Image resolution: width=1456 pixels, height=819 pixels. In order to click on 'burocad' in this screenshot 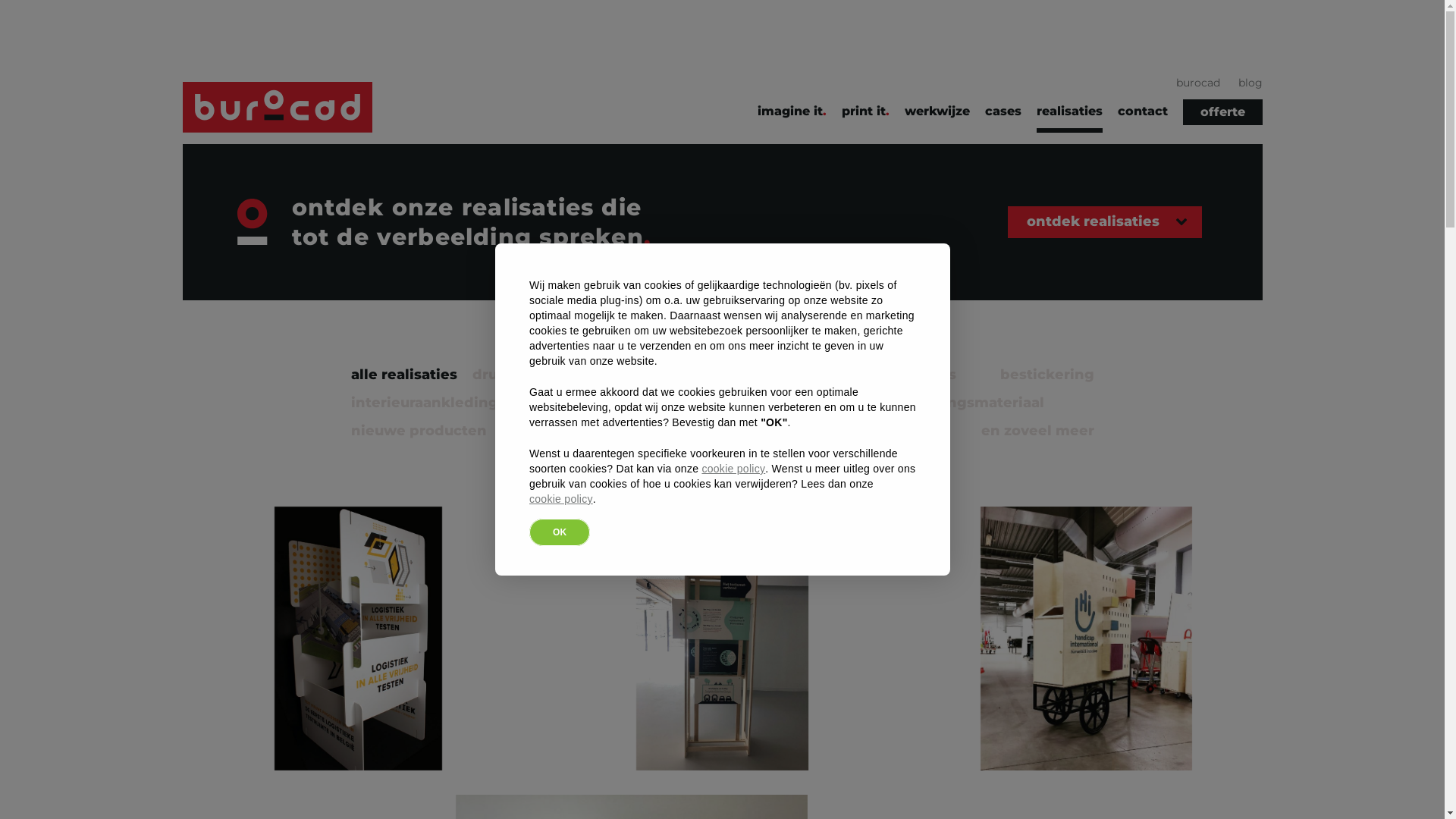, I will do `click(1175, 82)`.